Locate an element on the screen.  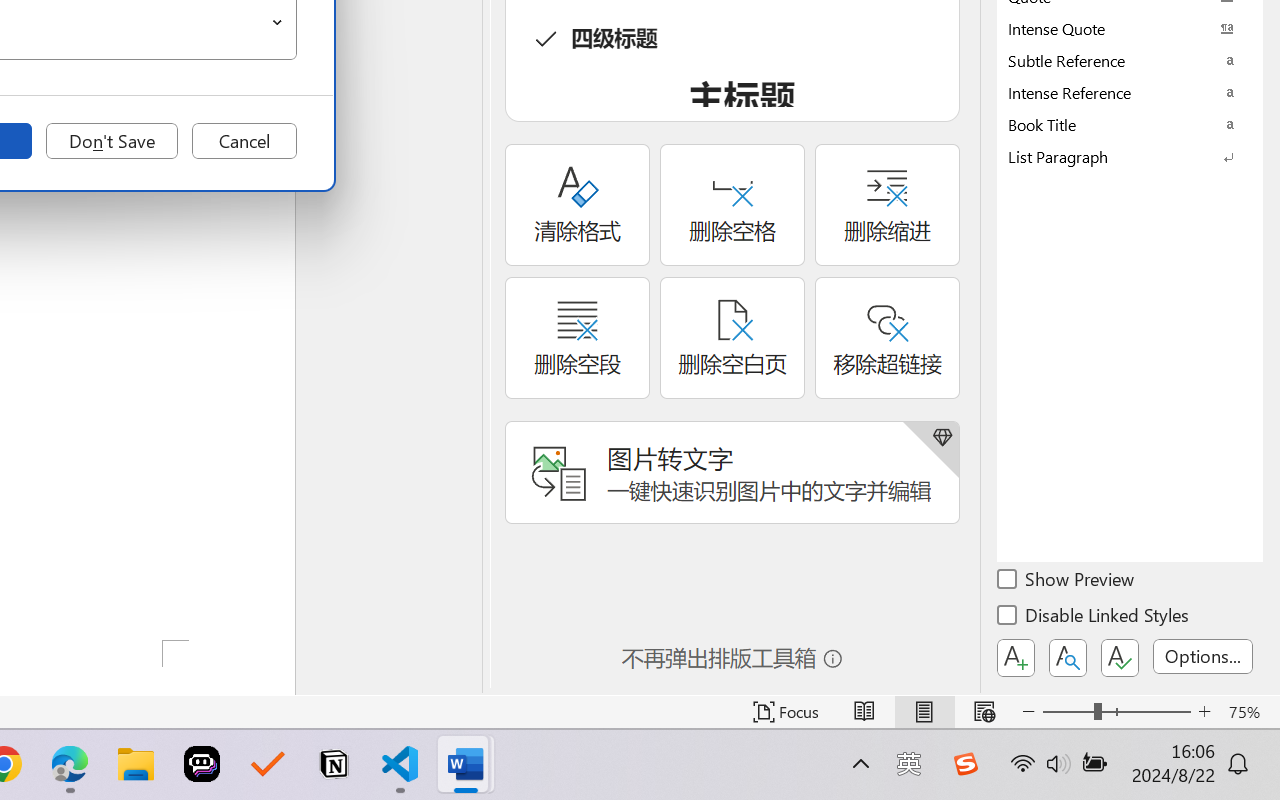
'Cancel' is located at coordinates (243, 141).